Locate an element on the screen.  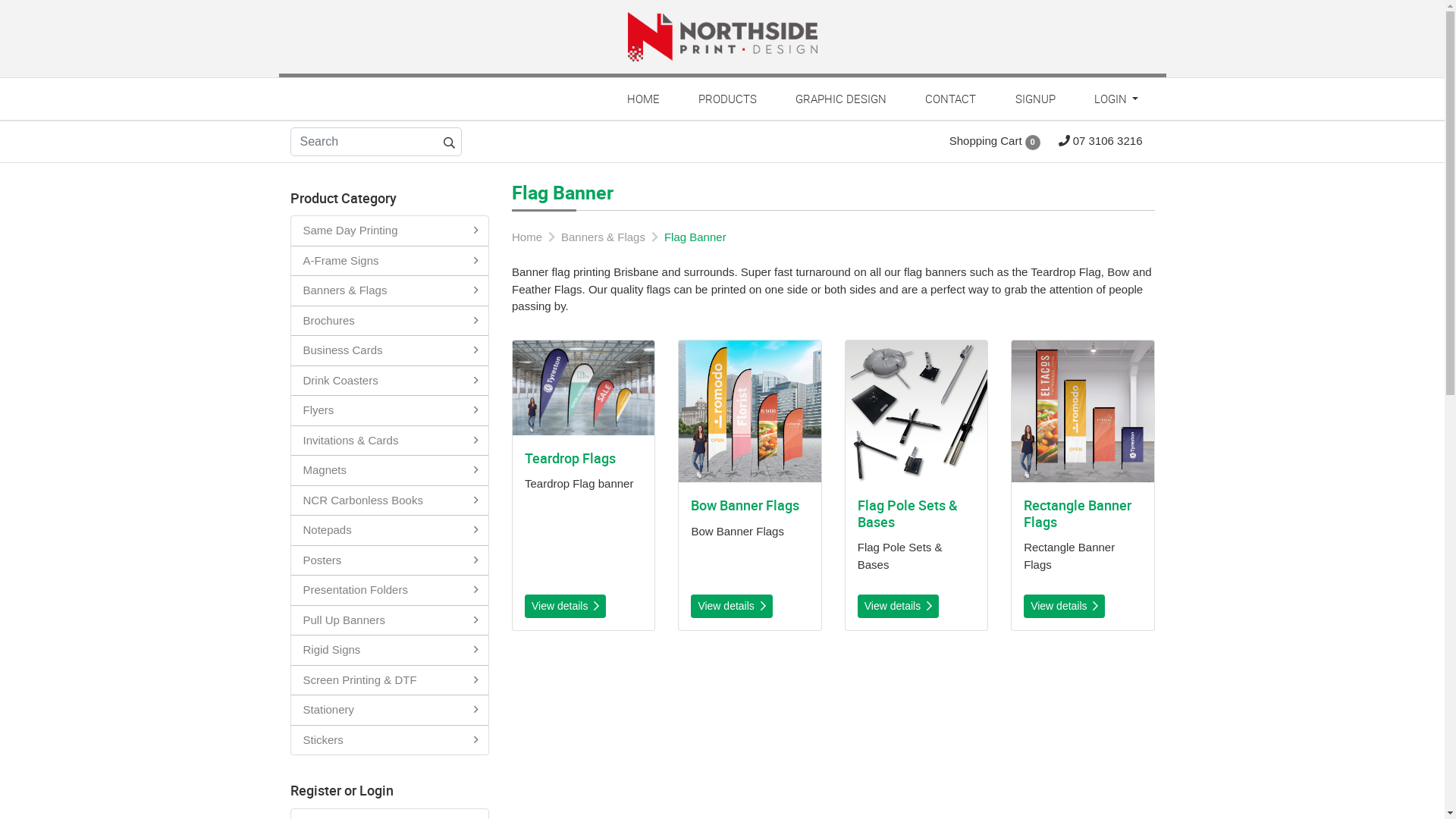
'Presentation Folders' is located at coordinates (390, 589).